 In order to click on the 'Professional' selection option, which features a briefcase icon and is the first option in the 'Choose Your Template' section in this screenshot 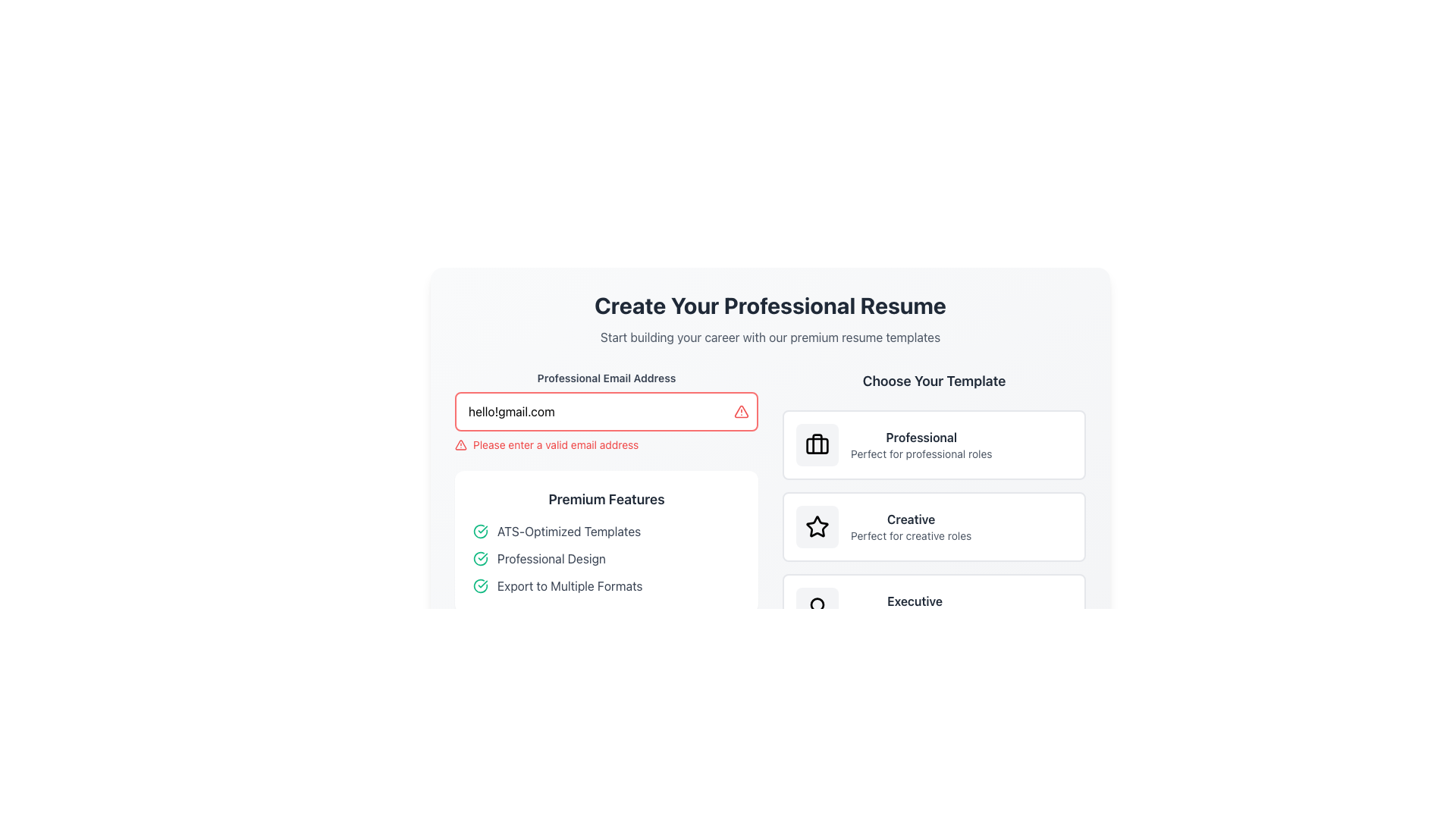, I will do `click(934, 444)`.